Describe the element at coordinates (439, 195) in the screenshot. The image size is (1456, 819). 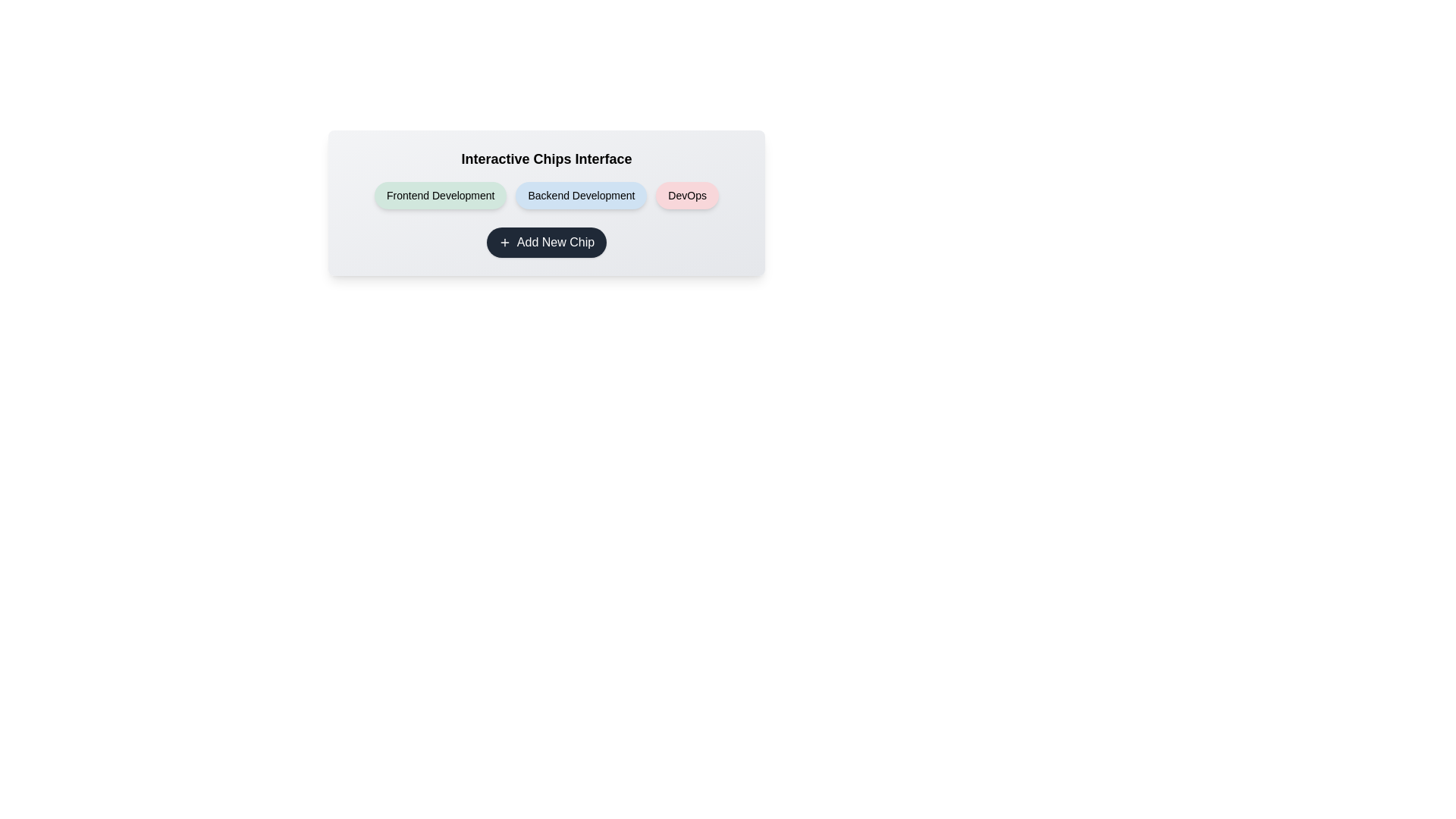
I see `the 'Frontend Development' chip` at that location.